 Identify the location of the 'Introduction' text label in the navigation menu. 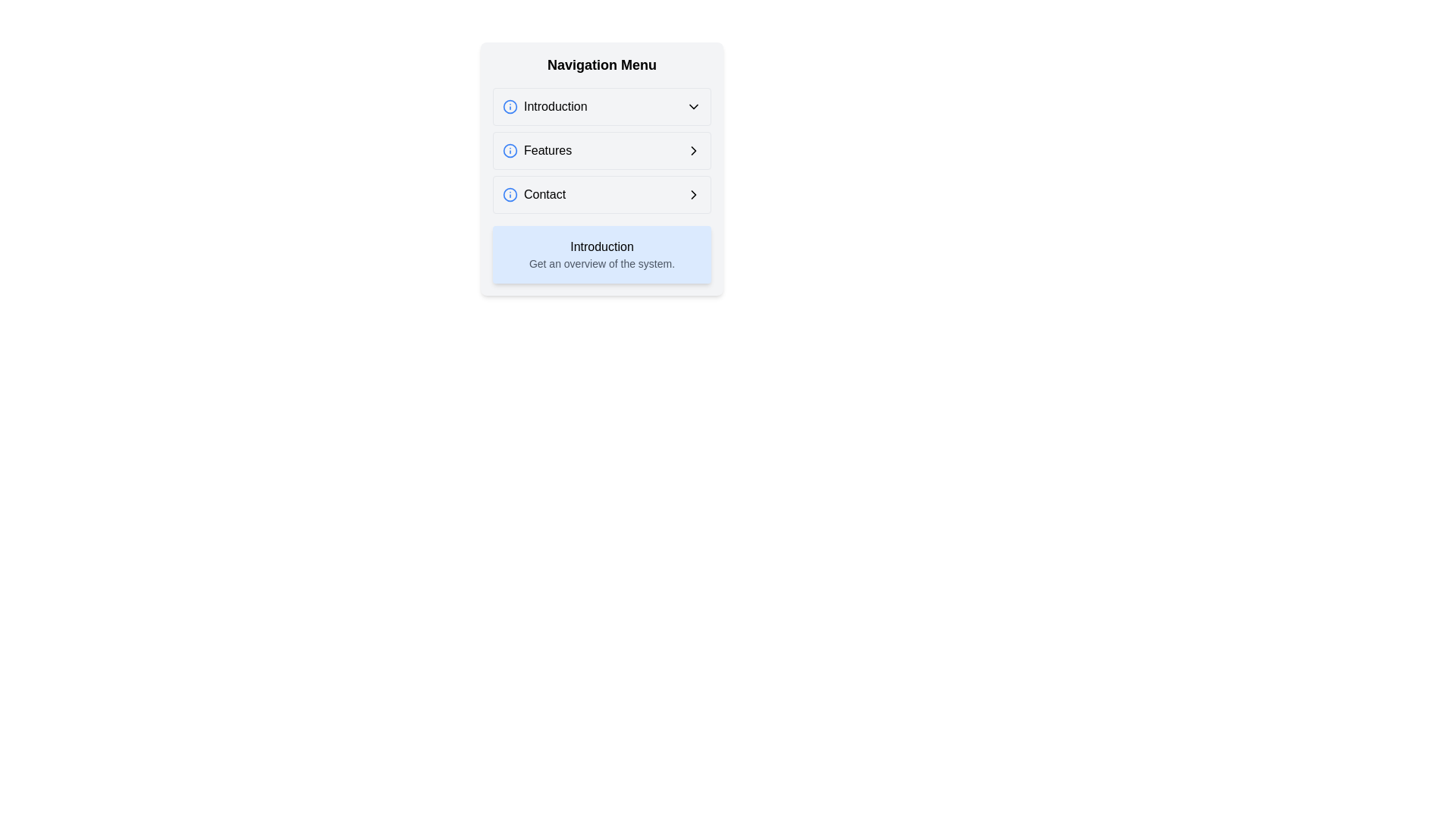
(554, 106).